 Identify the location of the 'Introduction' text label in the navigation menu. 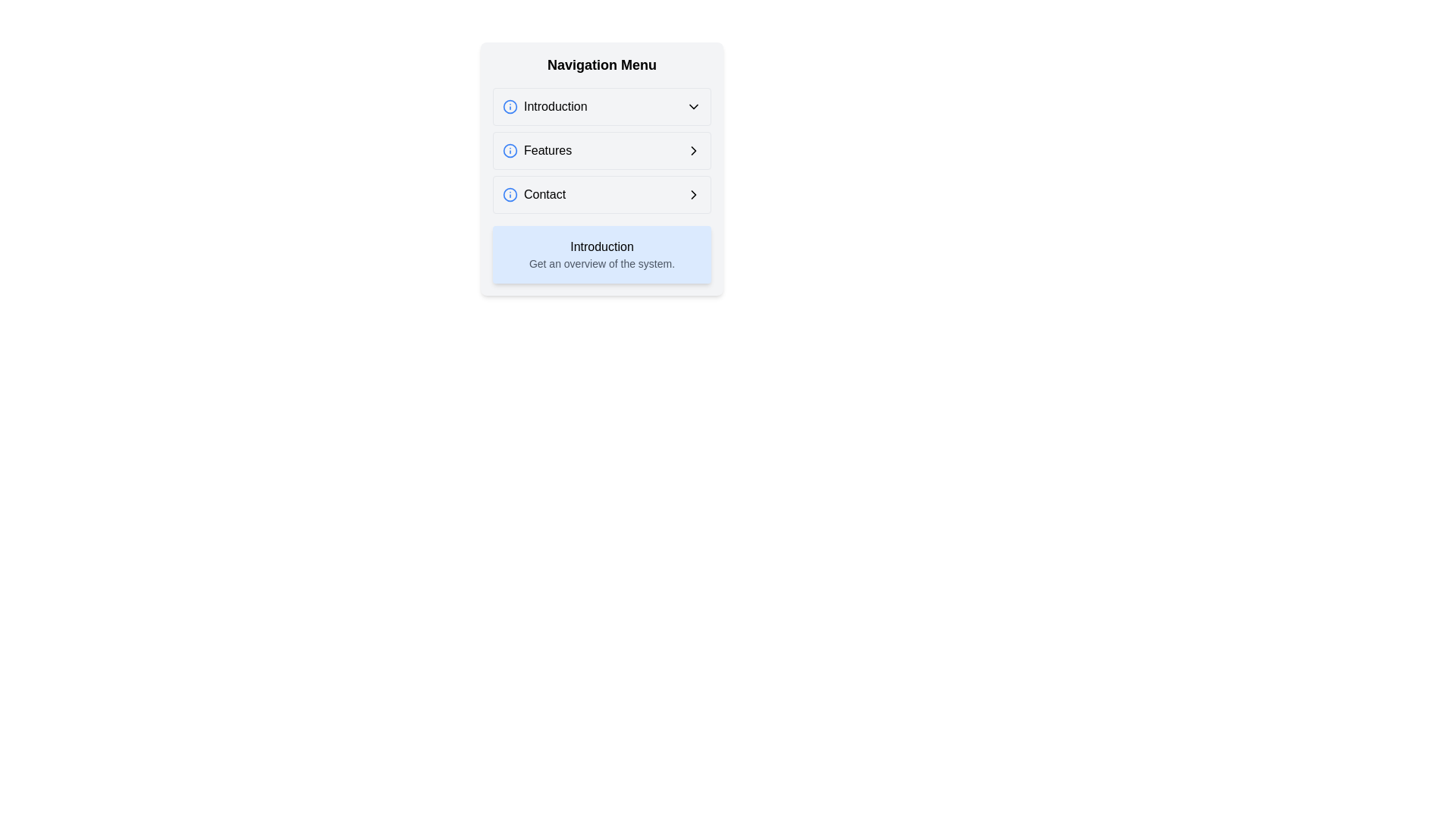
(554, 106).